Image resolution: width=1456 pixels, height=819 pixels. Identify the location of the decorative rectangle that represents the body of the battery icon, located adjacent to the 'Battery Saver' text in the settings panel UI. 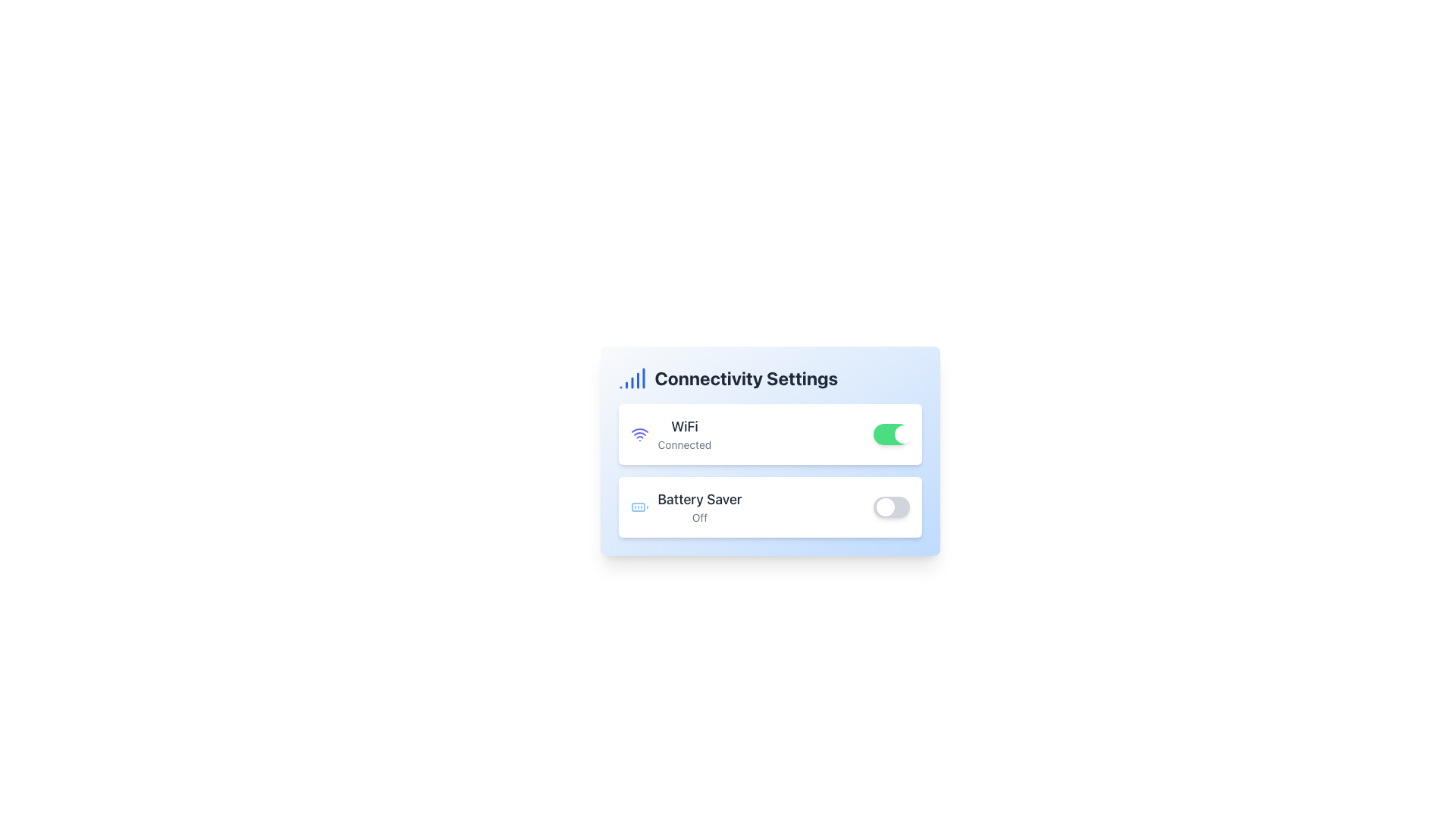
(638, 507).